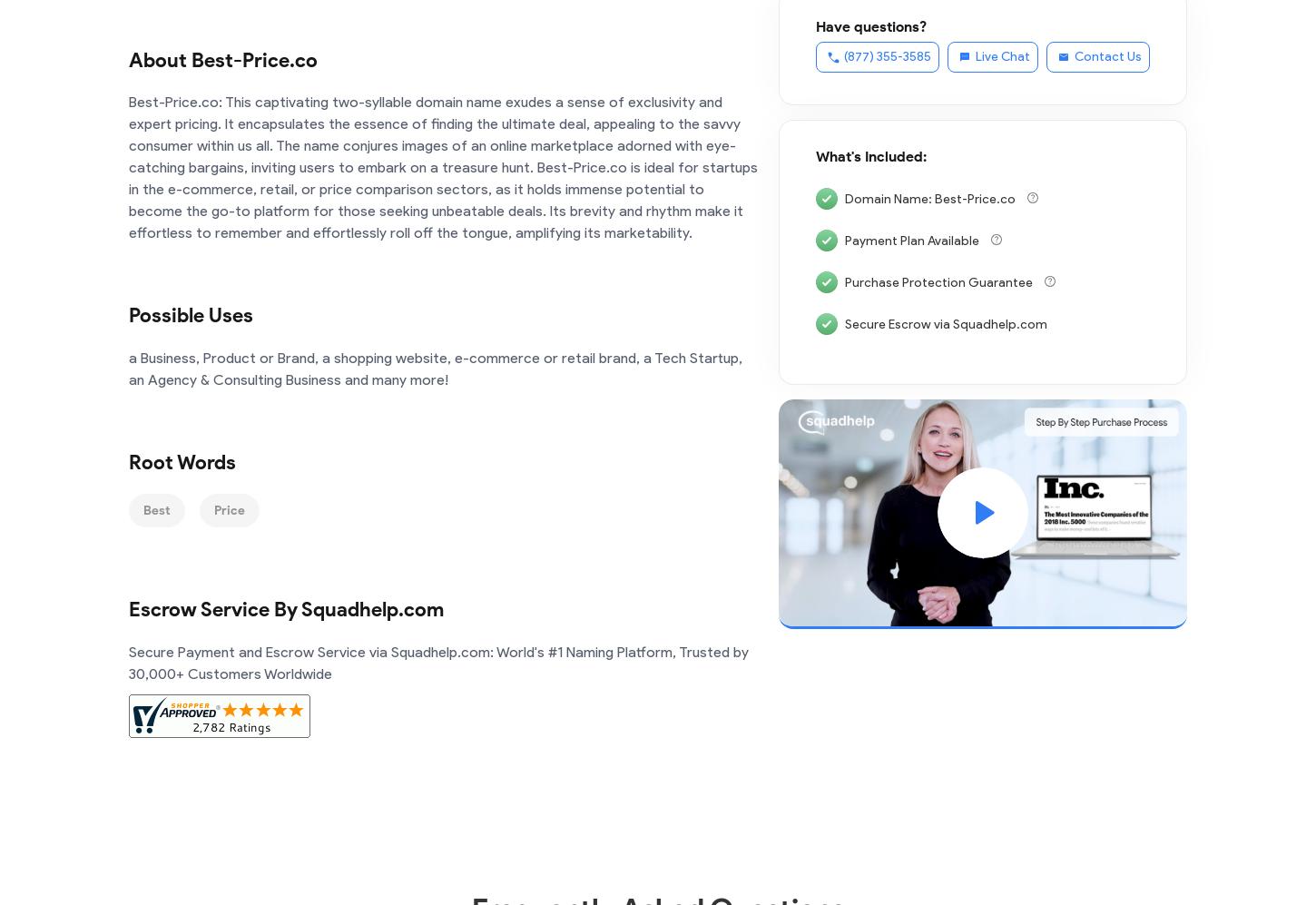 The height and width of the screenshot is (905, 1316). What do you see at coordinates (976, 55) in the screenshot?
I see `'Live Chat'` at bounding box center [976, 55].